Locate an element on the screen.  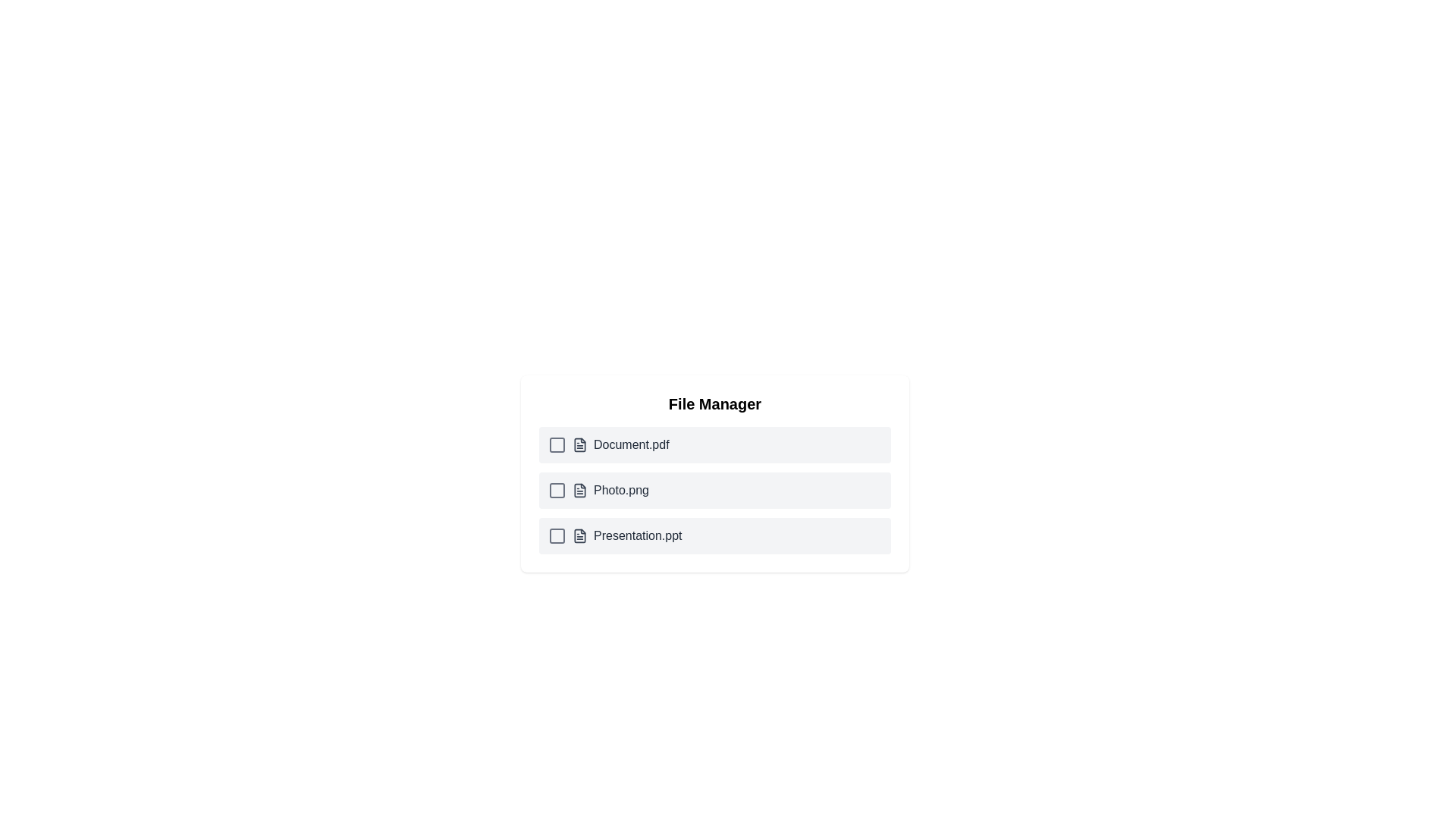
the document icon resembling a file, which is the third icon from the top in the file manager interface, aligned with 'Presentation.ppt' is located at coordinates (579, 535).